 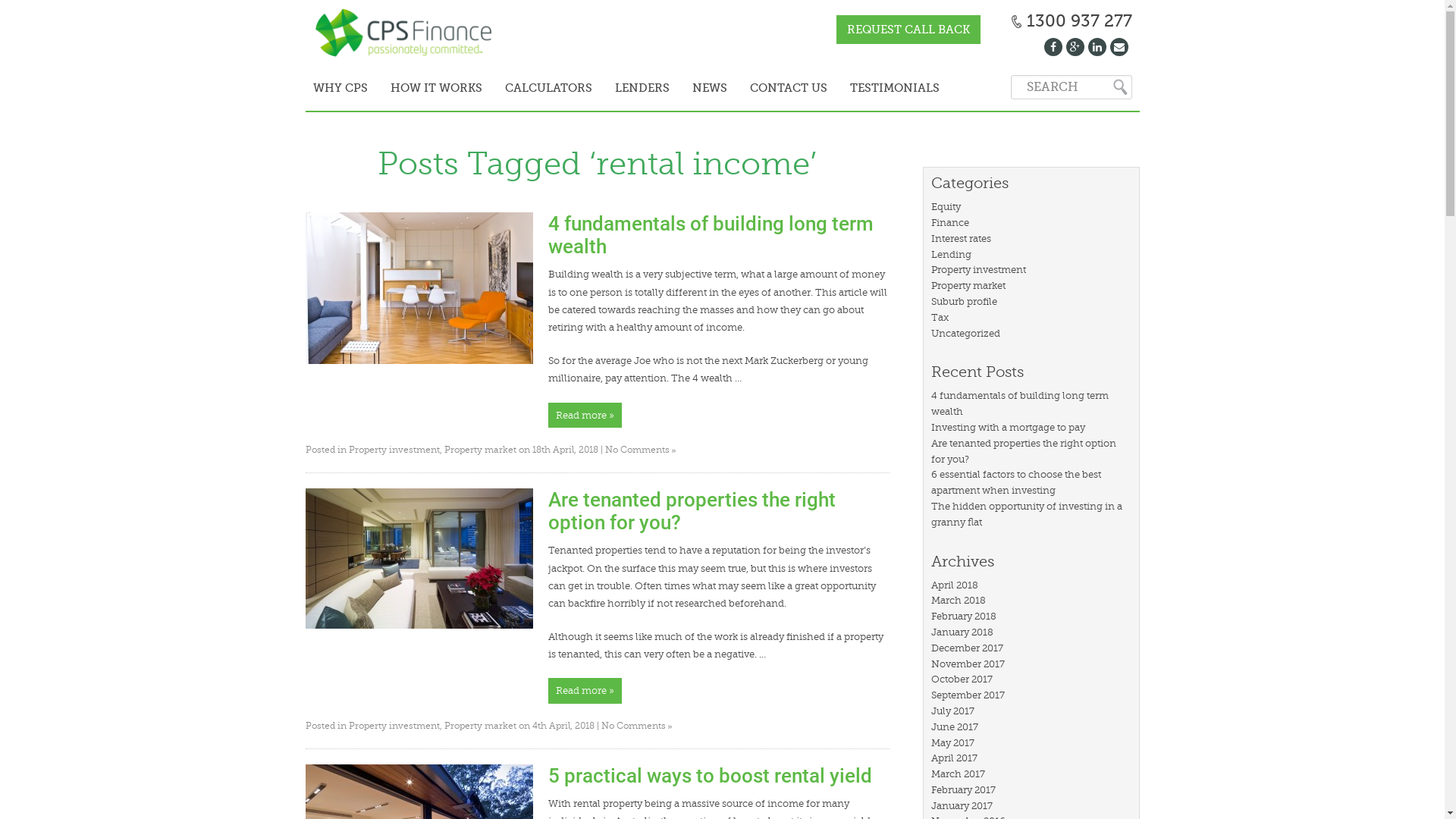 What do you see at coordinates (967, 663) in the screenshot?
I see `'November 2017'` at bounding box center [967, 663].